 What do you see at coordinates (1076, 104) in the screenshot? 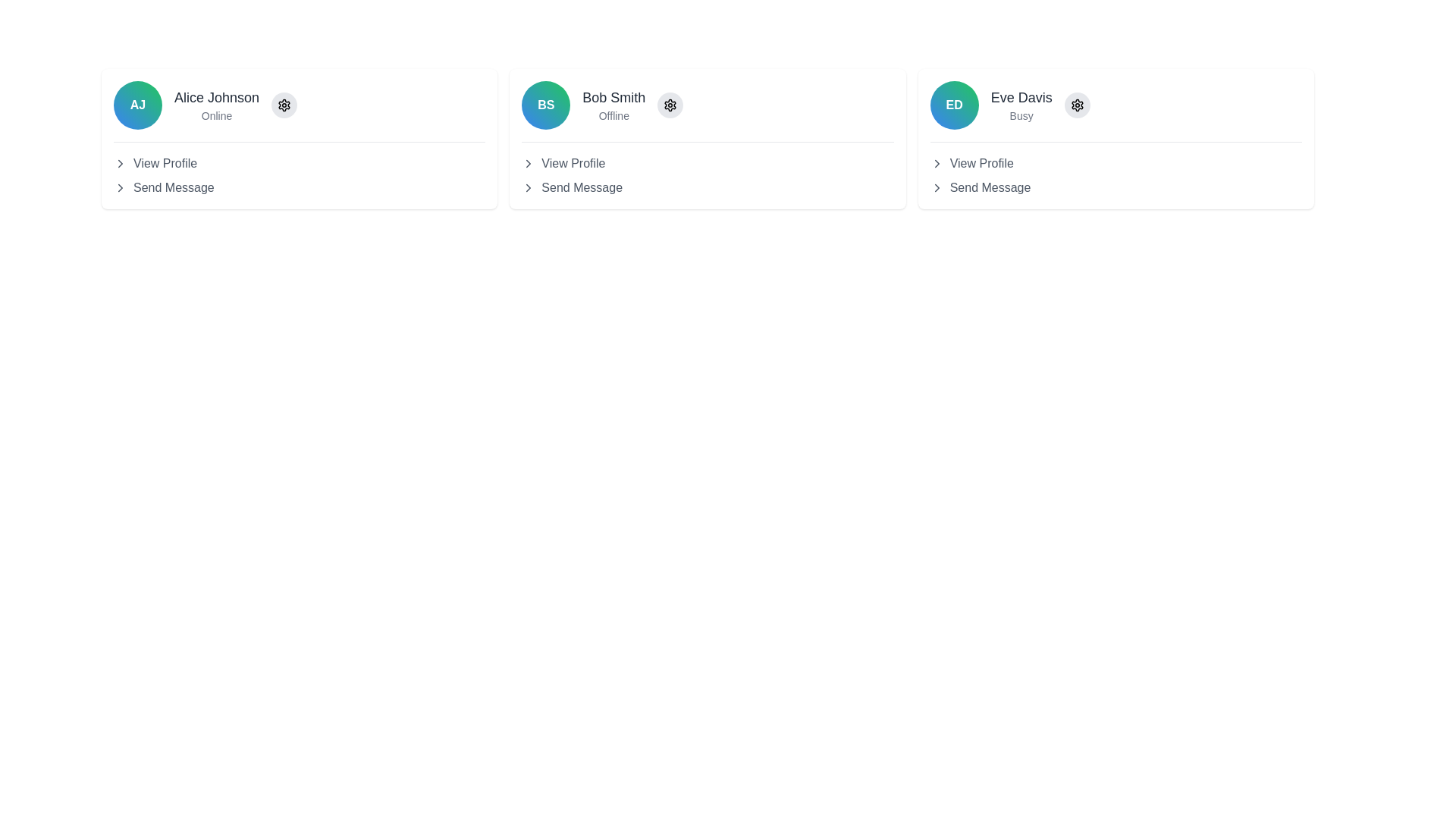
I see `the settings button located at the top-right corner of Eve Davis's profile card, adjacent to the status text 'Busy'` at bounding box center [1076, 104].